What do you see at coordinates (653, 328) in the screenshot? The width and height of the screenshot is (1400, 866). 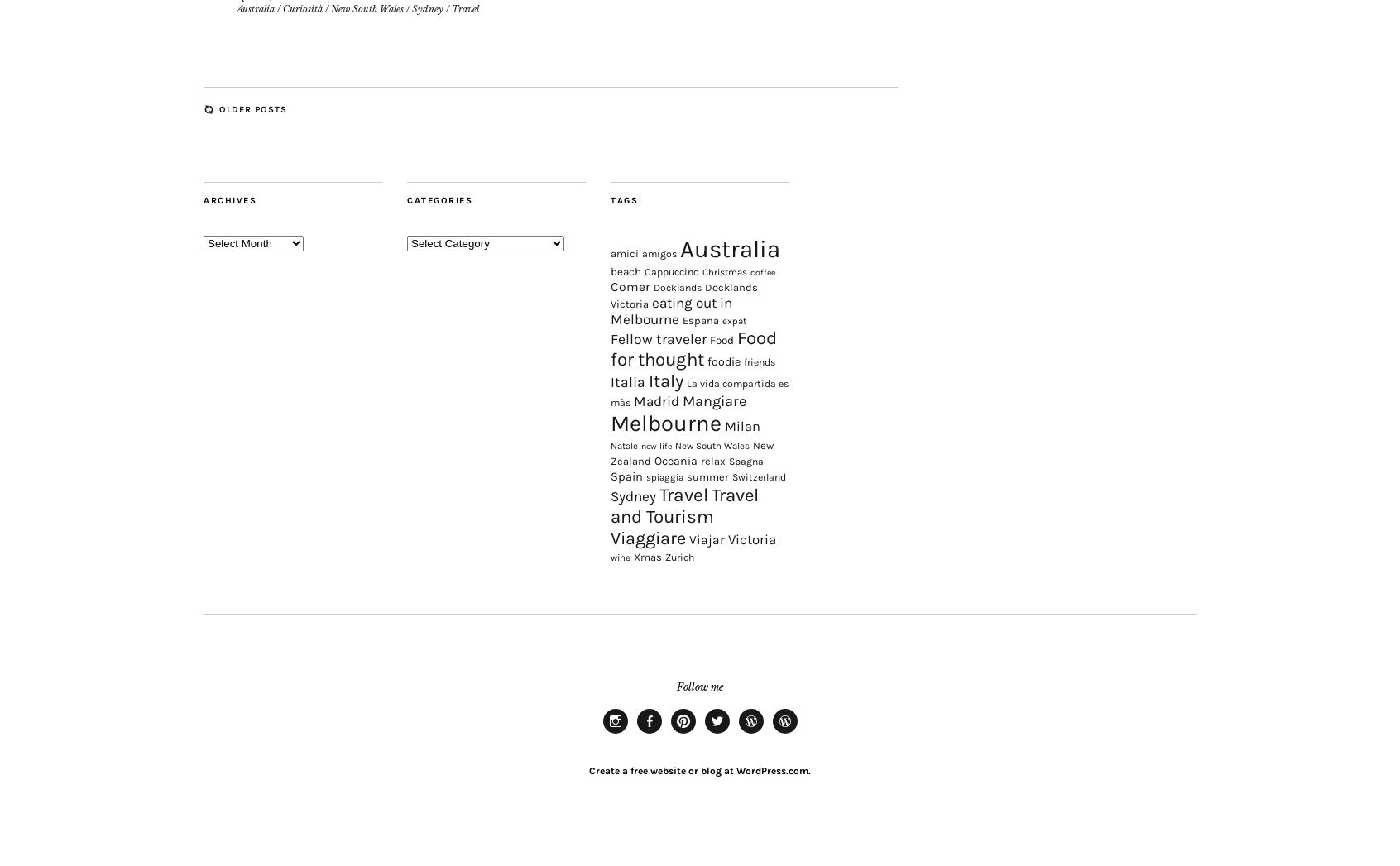 I see `'Docklands'` at bounding box center [653, 328].